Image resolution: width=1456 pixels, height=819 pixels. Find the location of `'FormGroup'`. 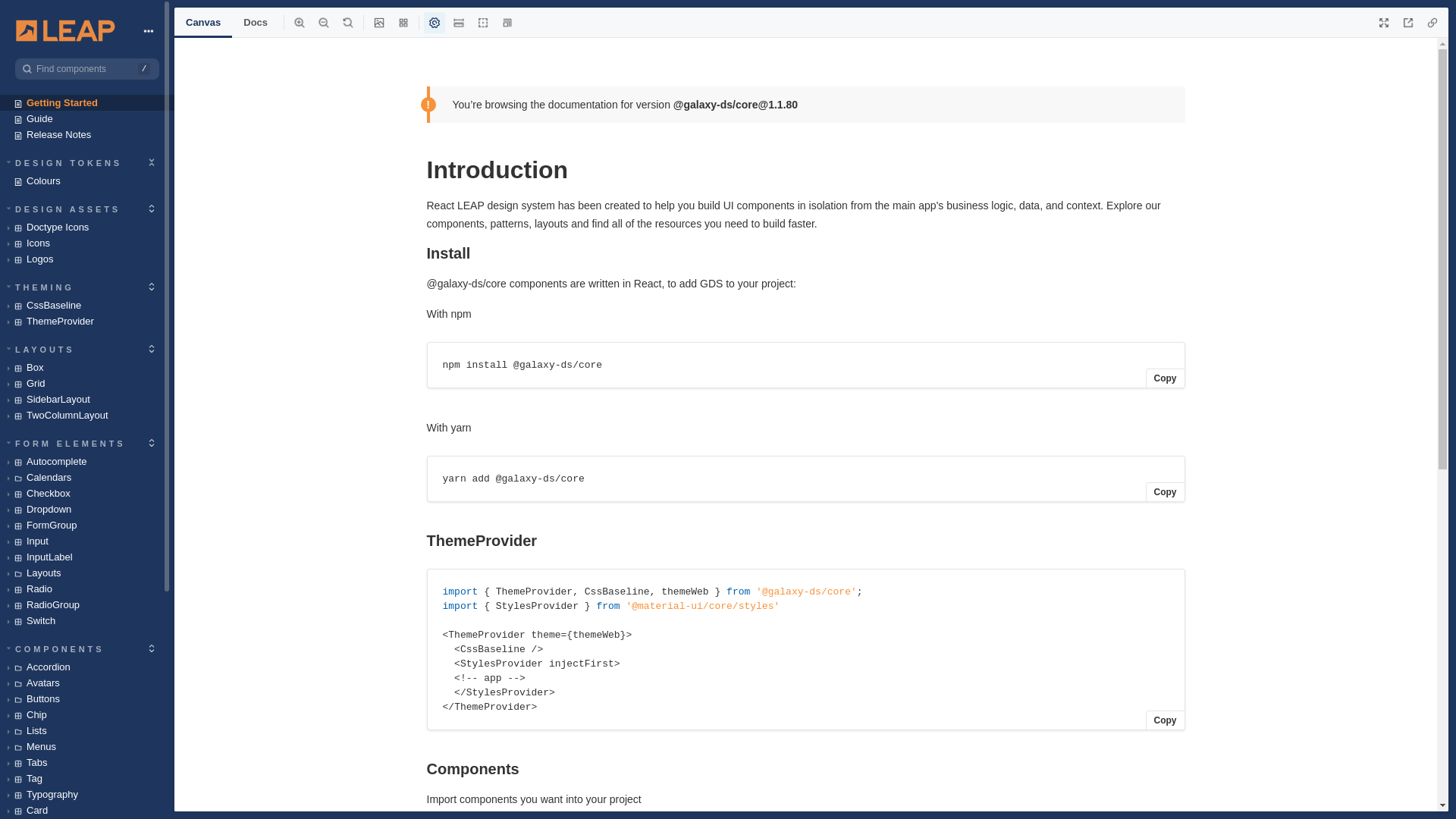

'FormGroup' is located at coordinates (86, 524).